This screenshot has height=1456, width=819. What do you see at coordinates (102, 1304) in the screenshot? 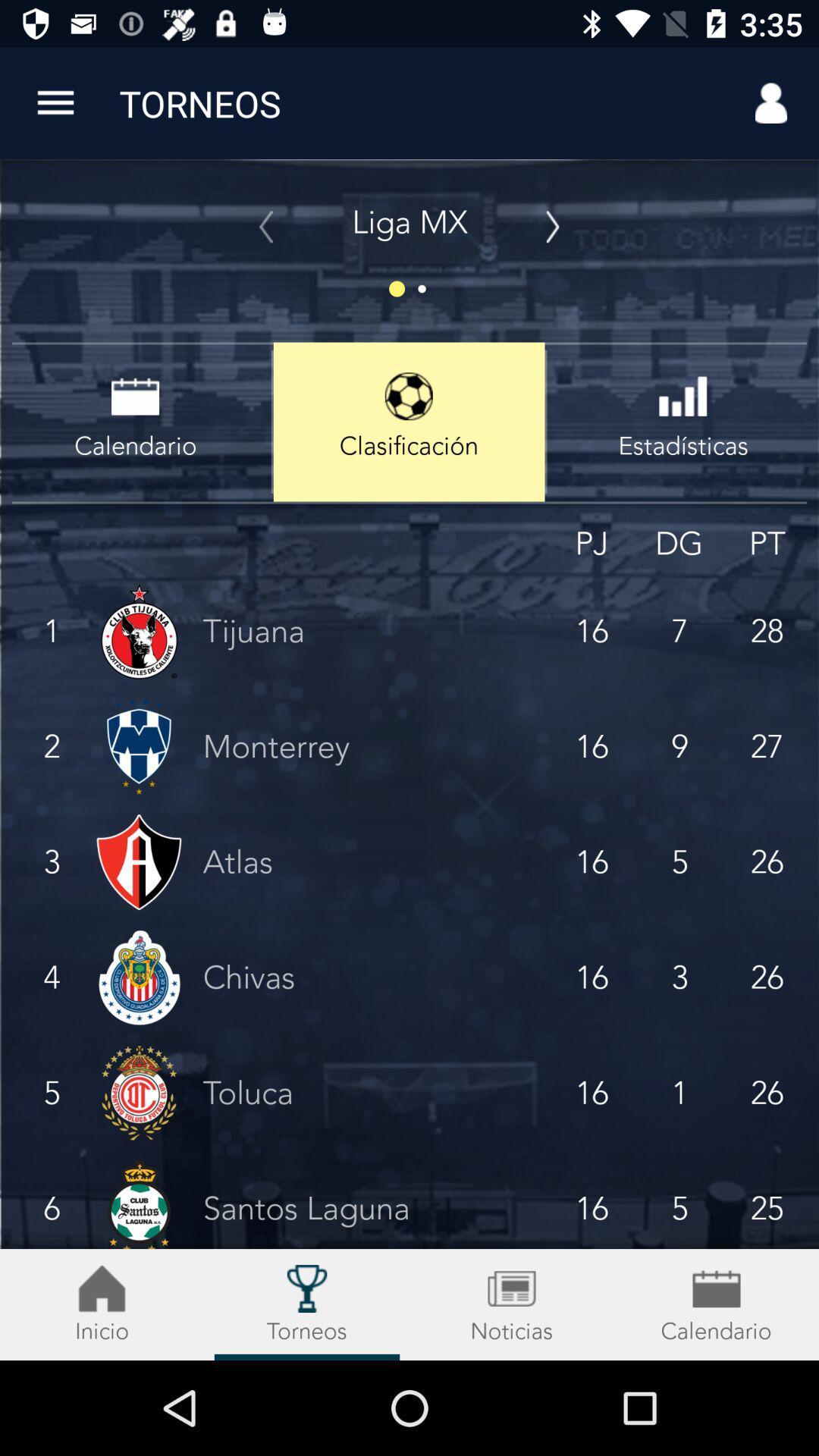
I see `the notifications icon` at bounding box center [102, 1304].